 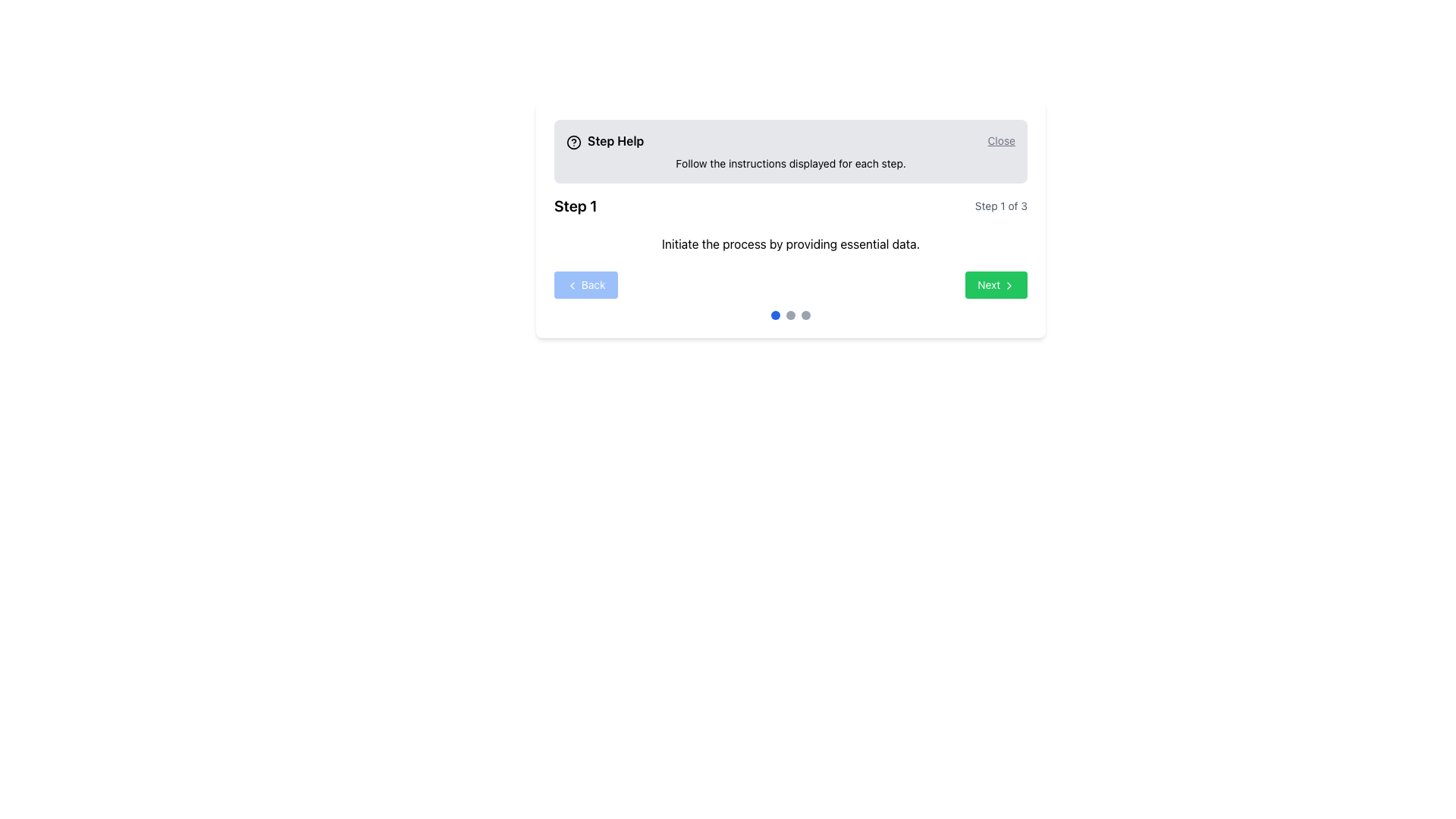 What do you see at coordinates (575, 206) in the screenshot?
I see `the Text Label that displays the title of the current step in a multi-step process, positioned at the left side of the segment and above the instruction text` at bounding box center [575, 206].